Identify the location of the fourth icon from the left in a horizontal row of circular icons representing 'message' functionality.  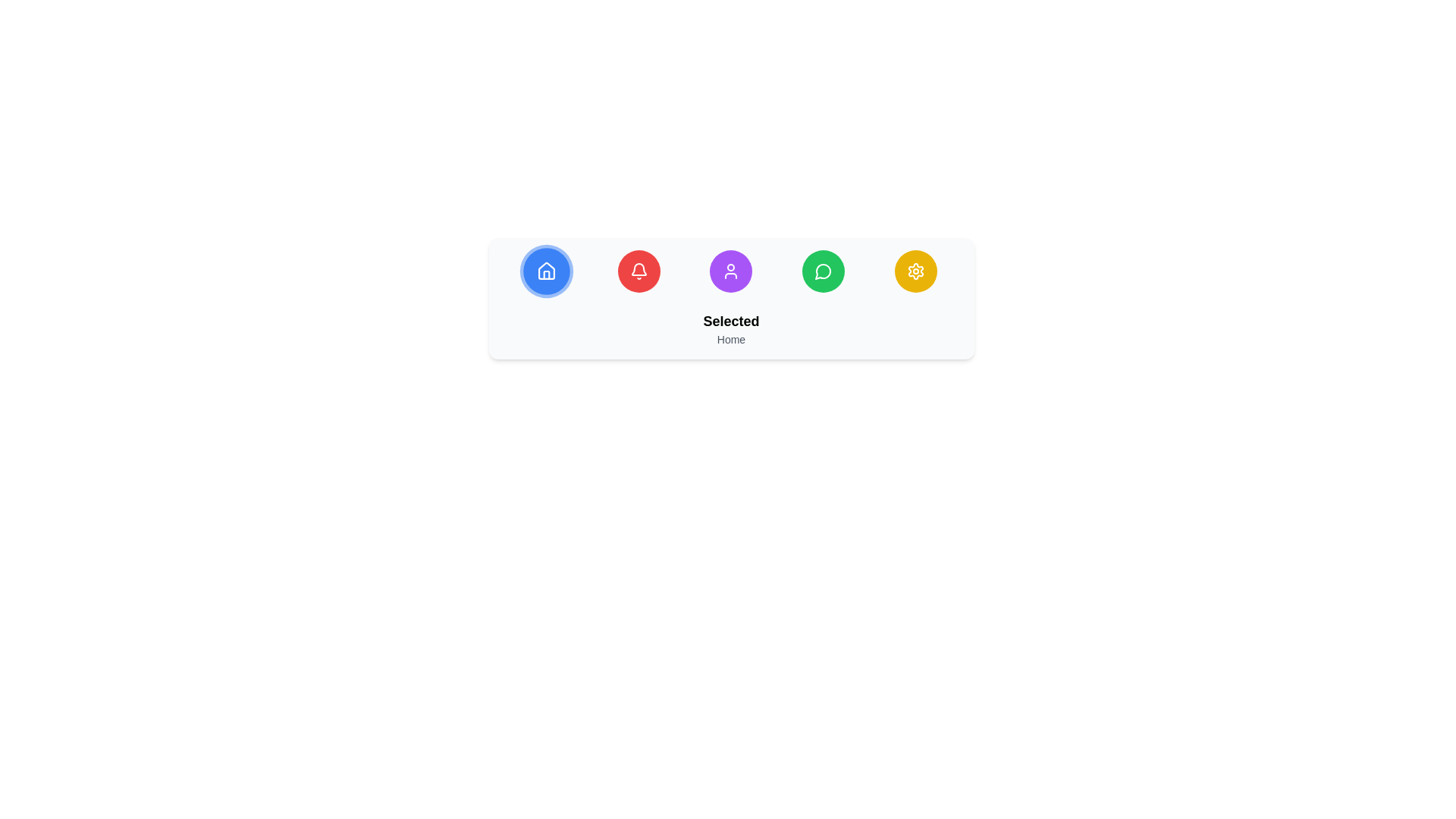
(823, 271).